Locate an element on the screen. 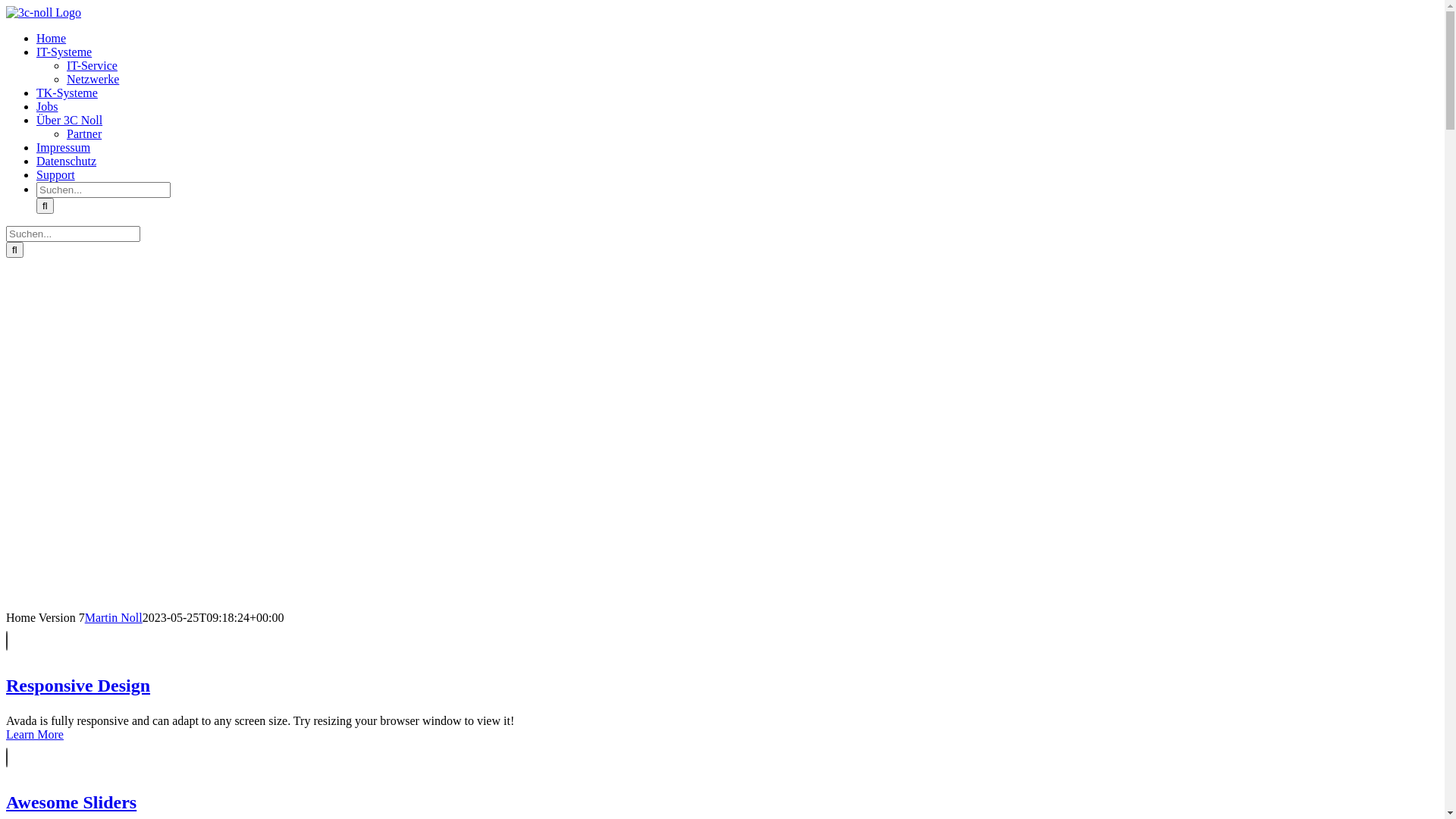 The width and height of the screenshot is (1456, 819). 'Support' is located at coordinates (55, 174).